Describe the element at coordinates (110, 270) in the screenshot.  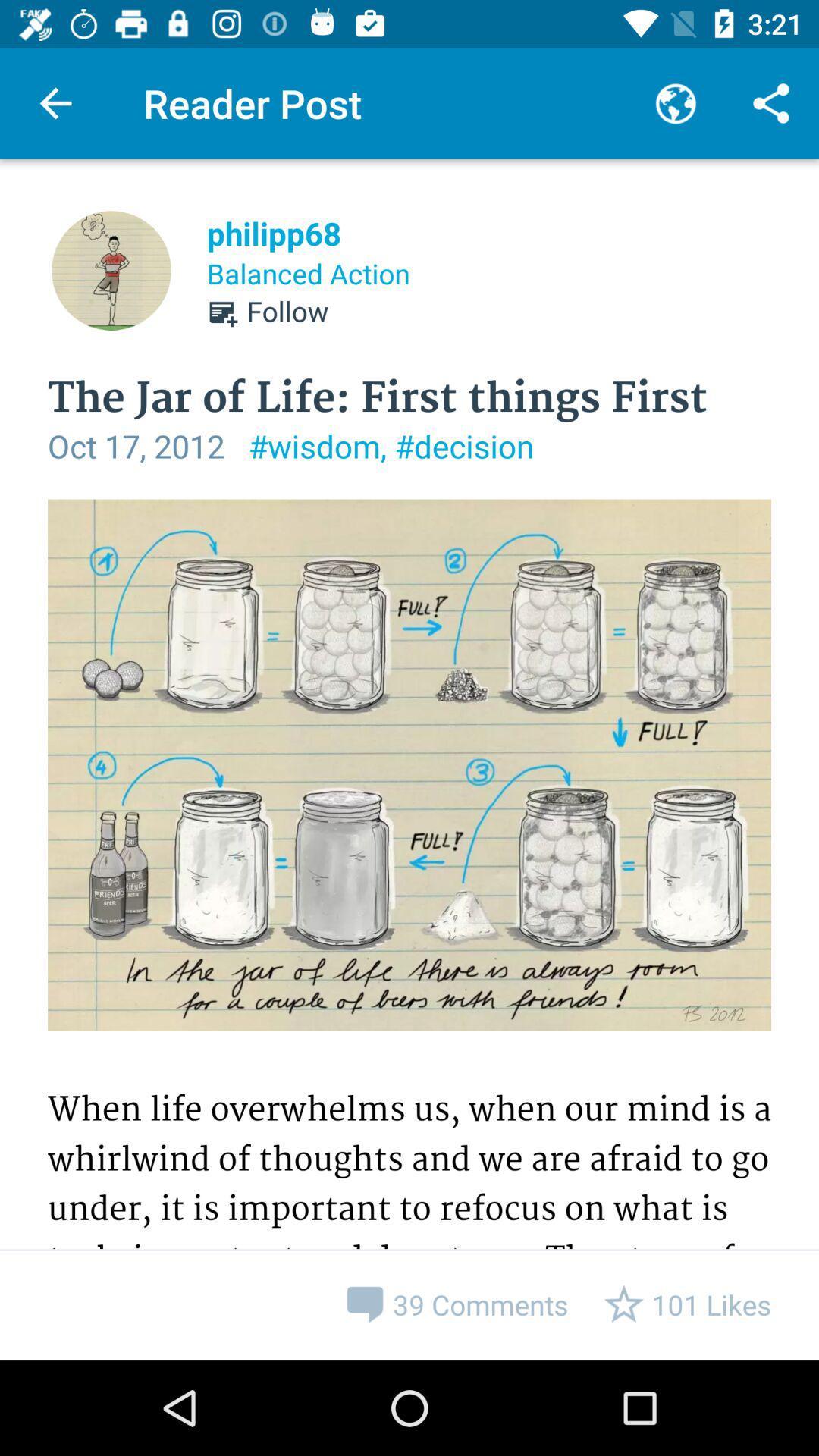
I see `the avatar icon` at that location.